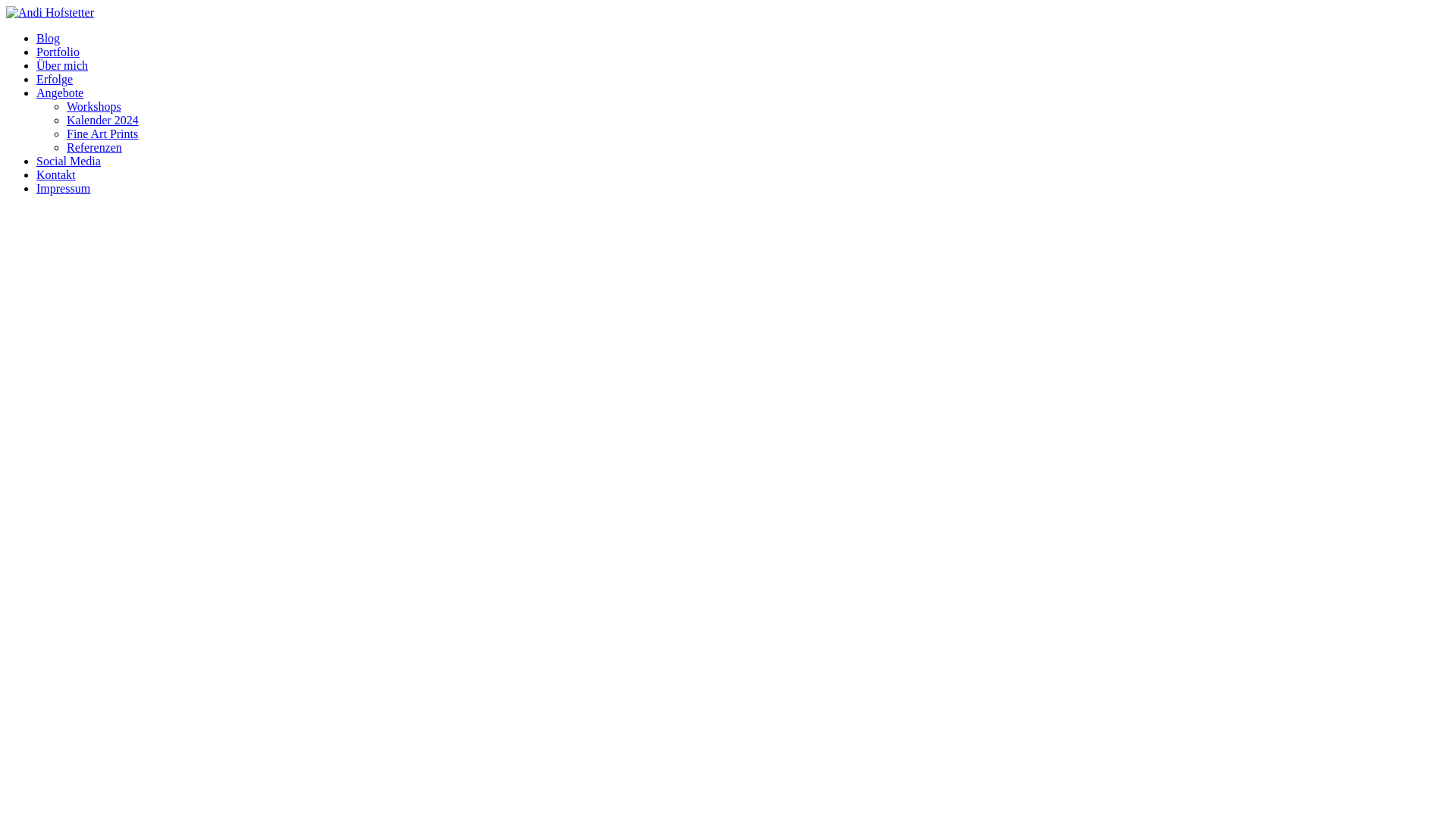 The width and height of the screenshot is (1456, 819). What do you see at coordinates (36, 51) in the screenshot?
I see `'Portfolio'` at bounding box center [36, 51].